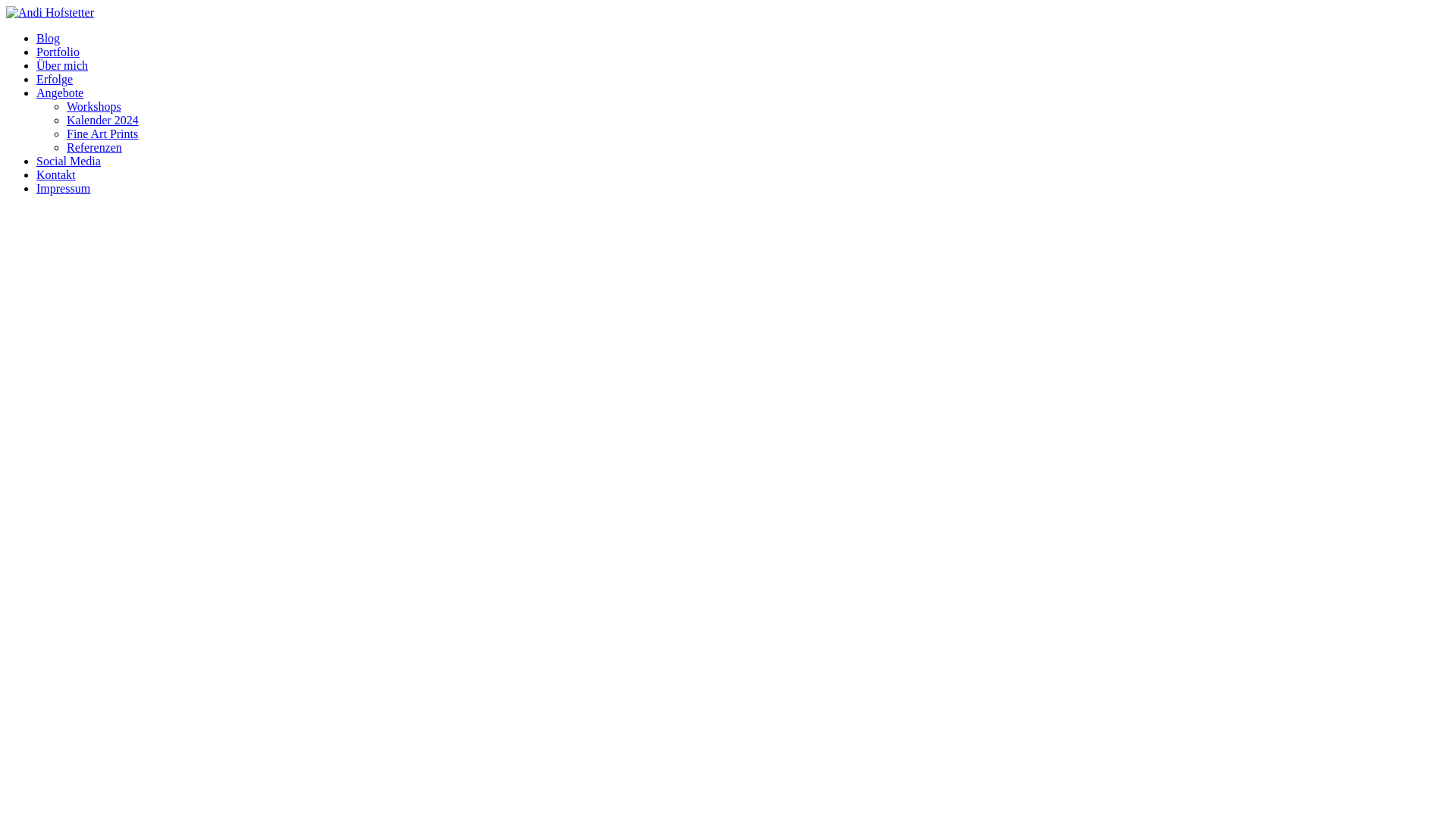 The width and height of the screenshot is (1456, 819). What do you see at coordinates (36, 51) in the screenshot?
I see `'Portfolio'` at bounding box center [36, 51].